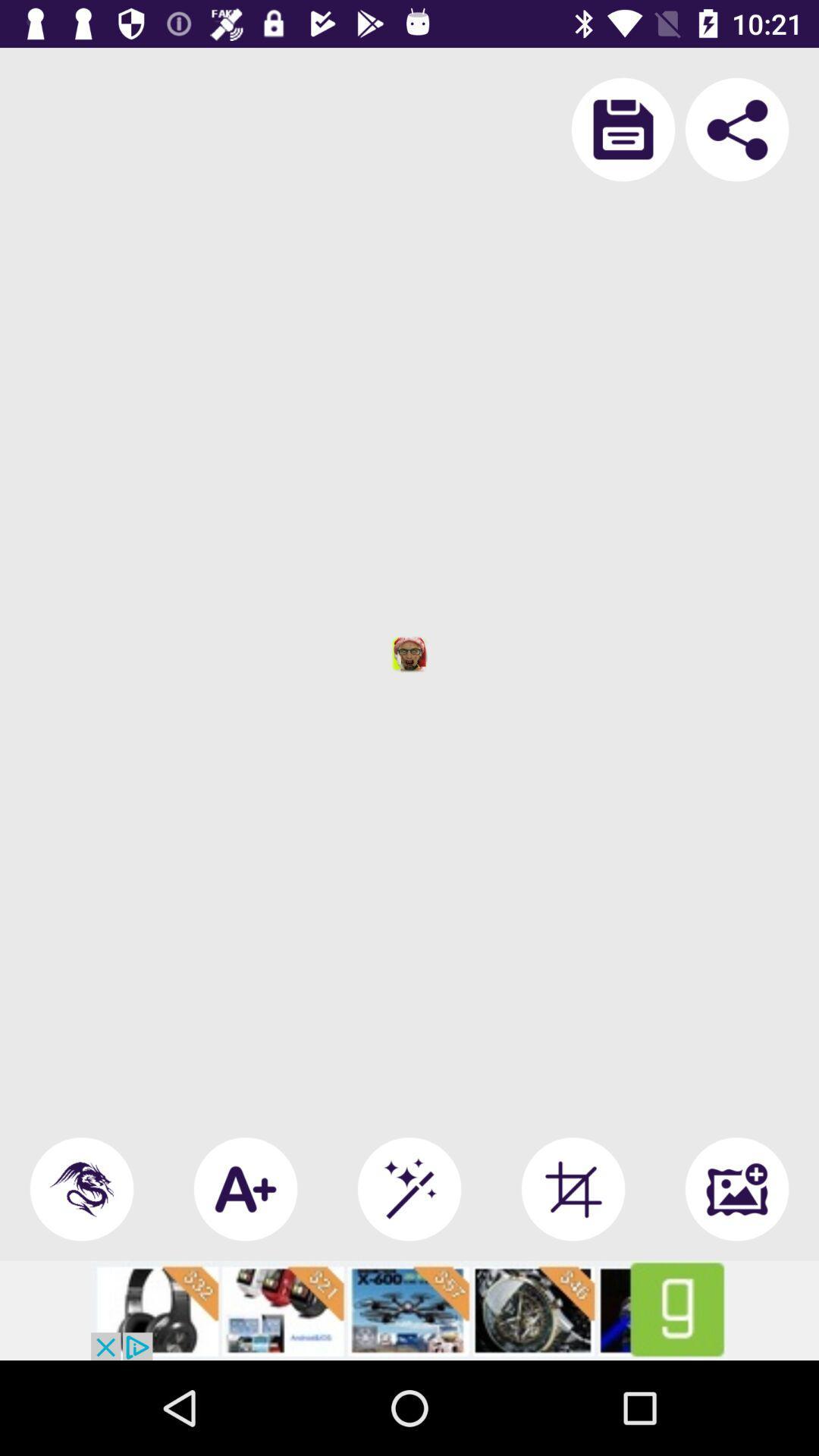 This screenshot has width=819, height=1456. What do you see at coordinates (409, 1310) in the screenshot?
I see `advertisement link to different site` at bounding box center [409, 1310].